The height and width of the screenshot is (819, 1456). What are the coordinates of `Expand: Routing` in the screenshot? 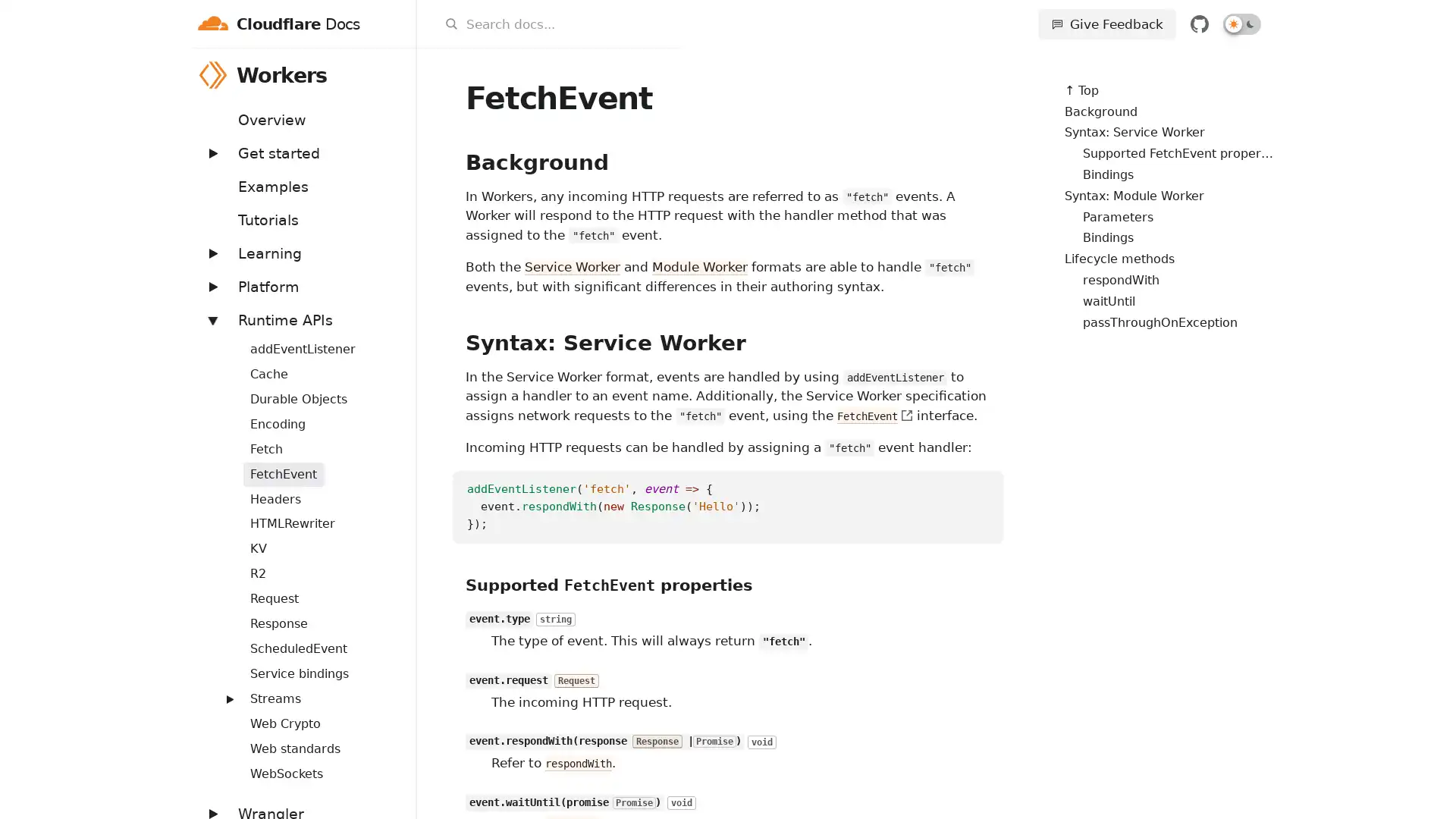 It's located at (221, 640).